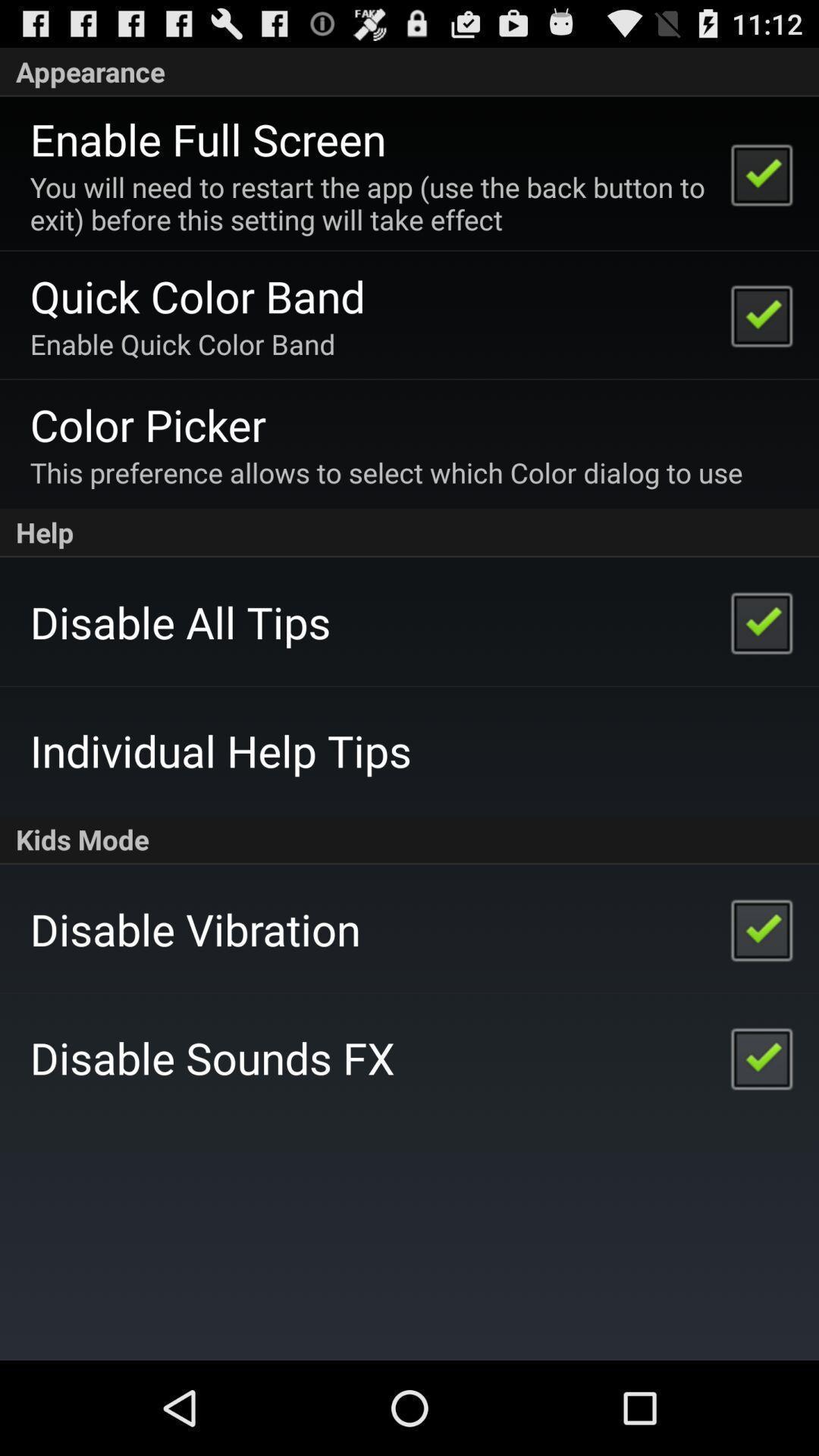 This screenshot has height=1456, width=819. Describe the element at coordinates (148, 424) in the screenshot. I see `color picker app` at that location.